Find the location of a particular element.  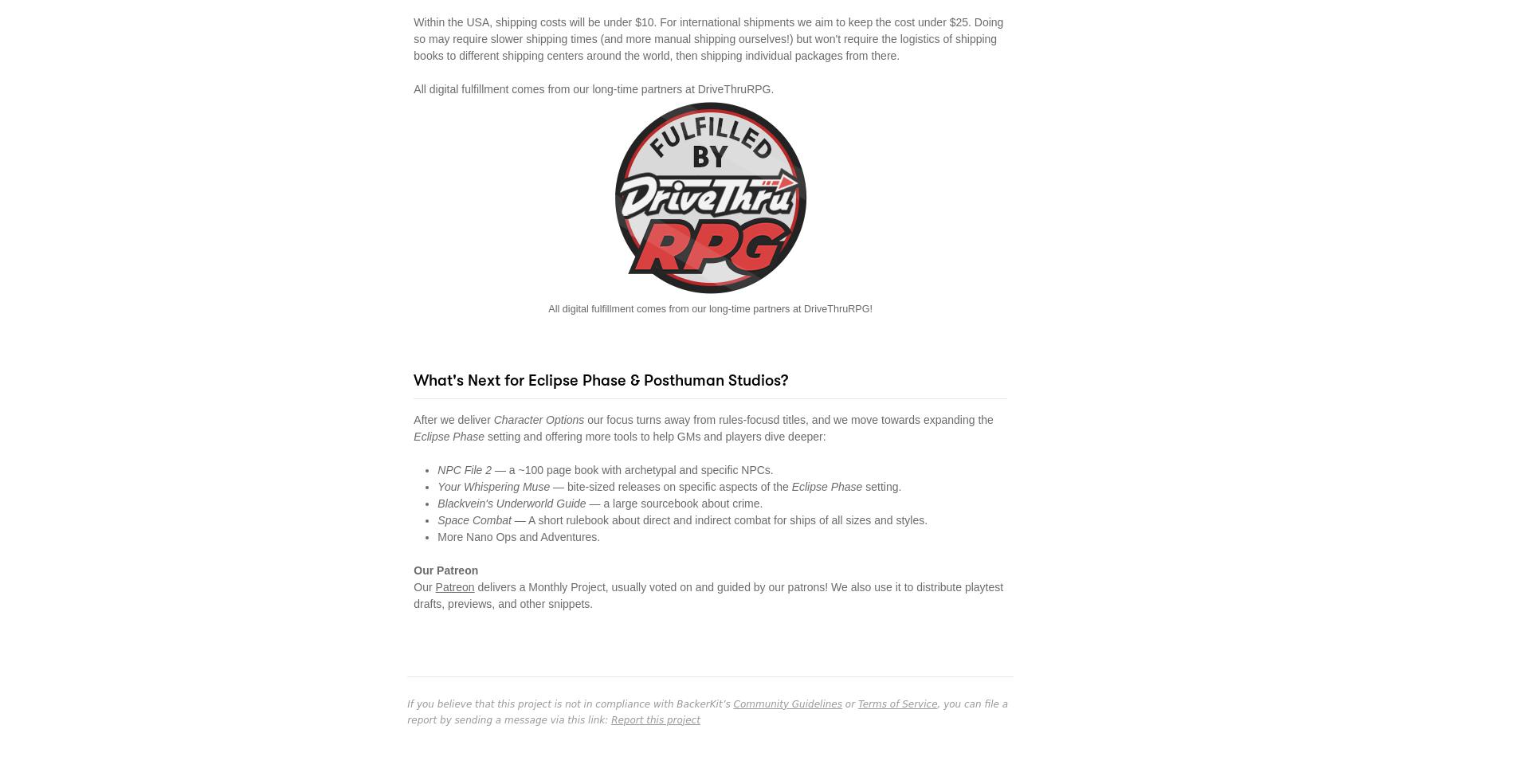

'— a ~100 page book with archetypal and specific NPCs.' is located at coordinates (632, 468).